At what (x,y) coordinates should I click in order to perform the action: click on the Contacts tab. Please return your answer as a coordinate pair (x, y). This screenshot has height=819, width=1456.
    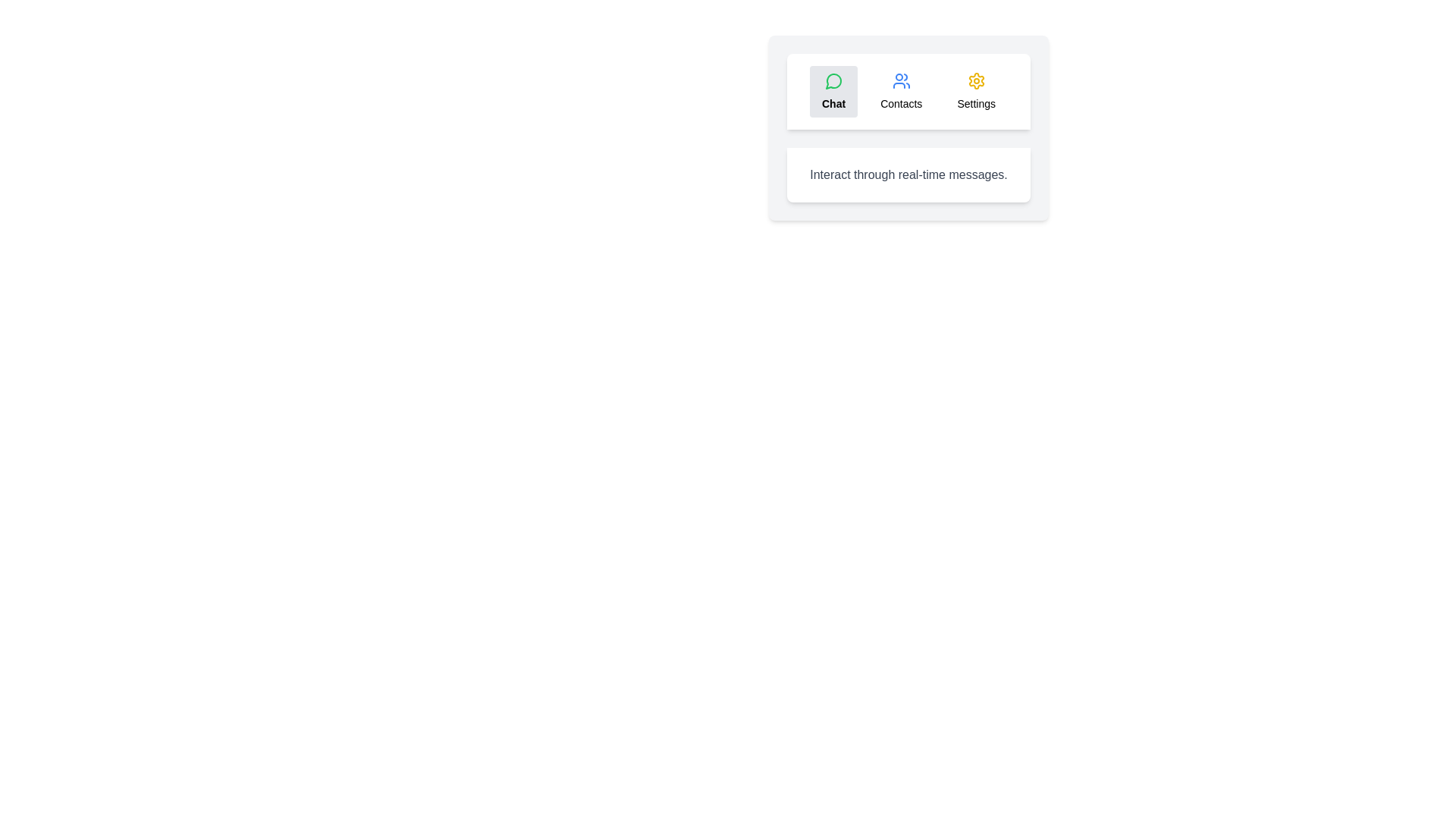
    Looking at the image, I should click on (901, 91).